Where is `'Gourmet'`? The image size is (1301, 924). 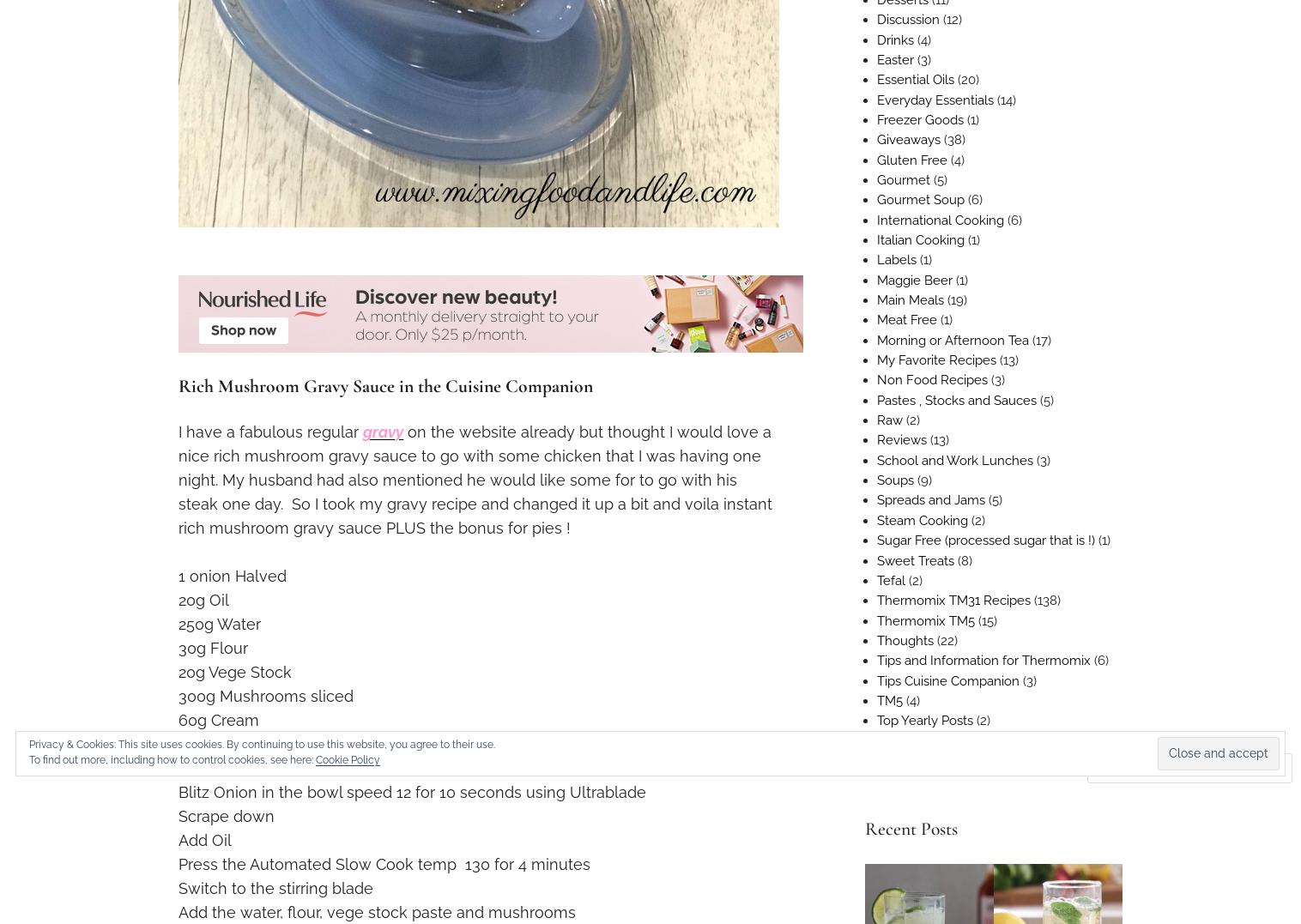
'Gourmet' is located at coordinates (902, 179).